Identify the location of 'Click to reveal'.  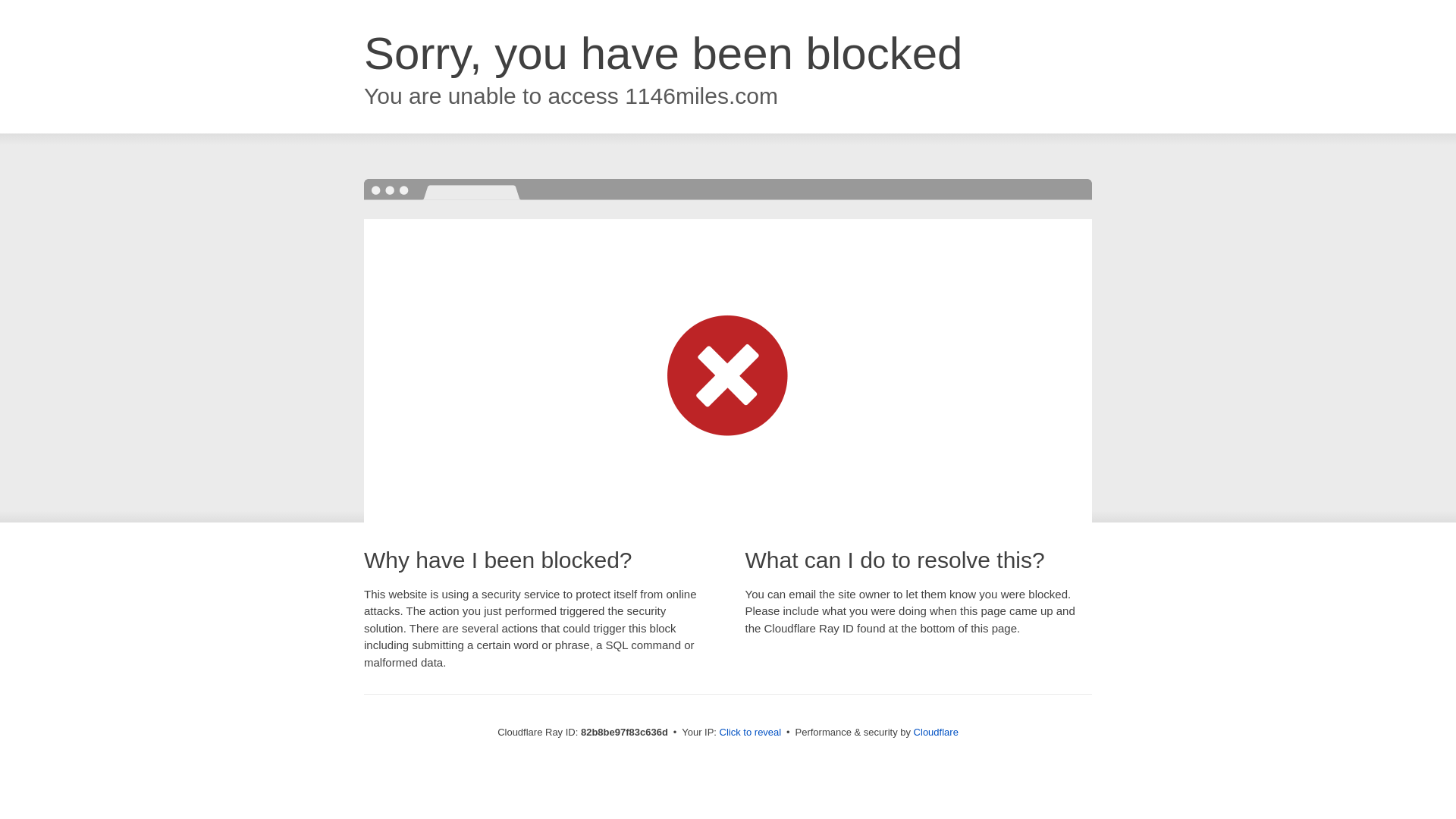
(719, 731).